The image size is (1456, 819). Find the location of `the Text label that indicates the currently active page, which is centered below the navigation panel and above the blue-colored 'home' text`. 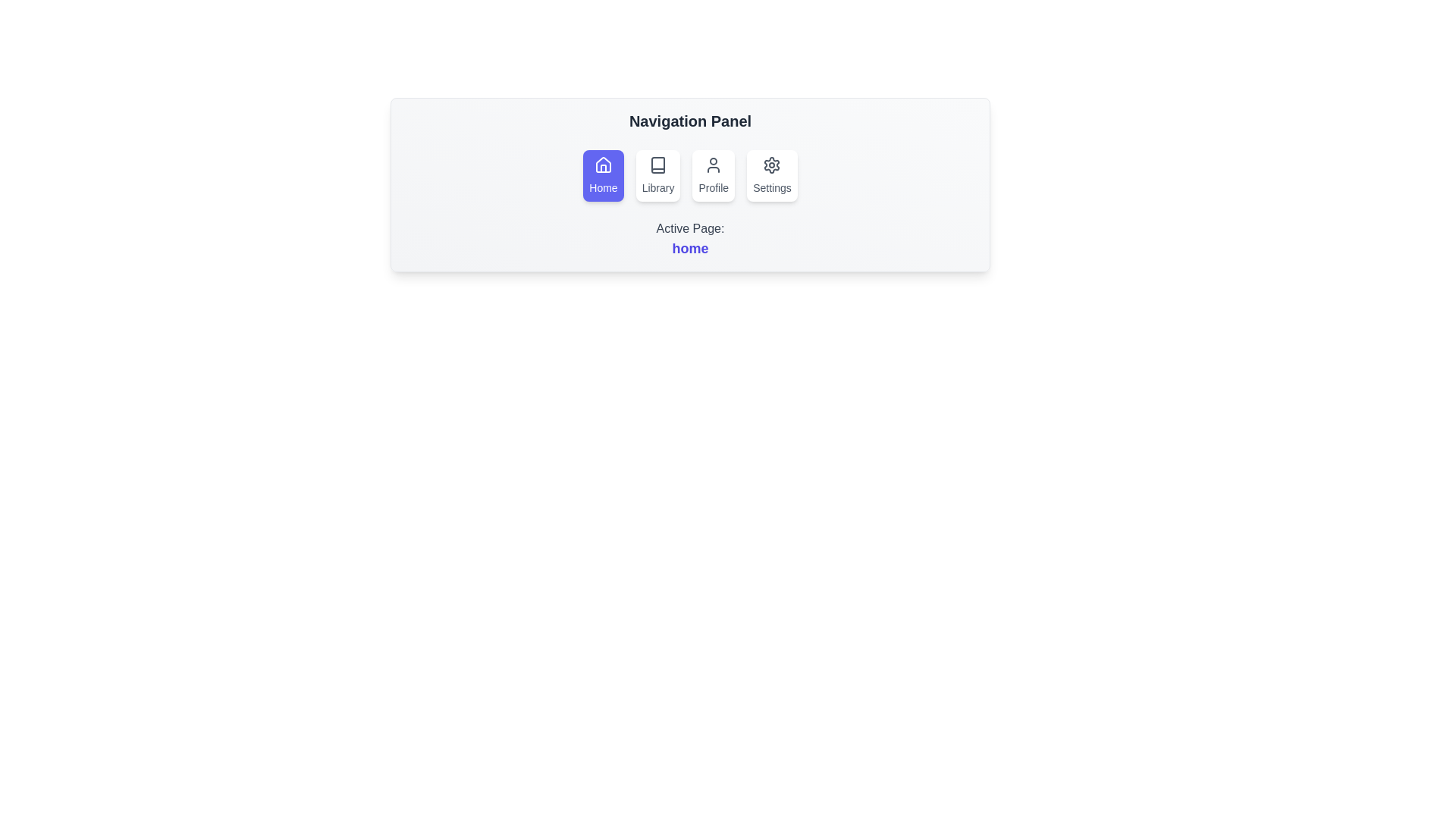

the Text label that indicates the currently active page, which is centered below the navigation panel and above the blue-colored 'home' text is located at coordinates (689, 228).